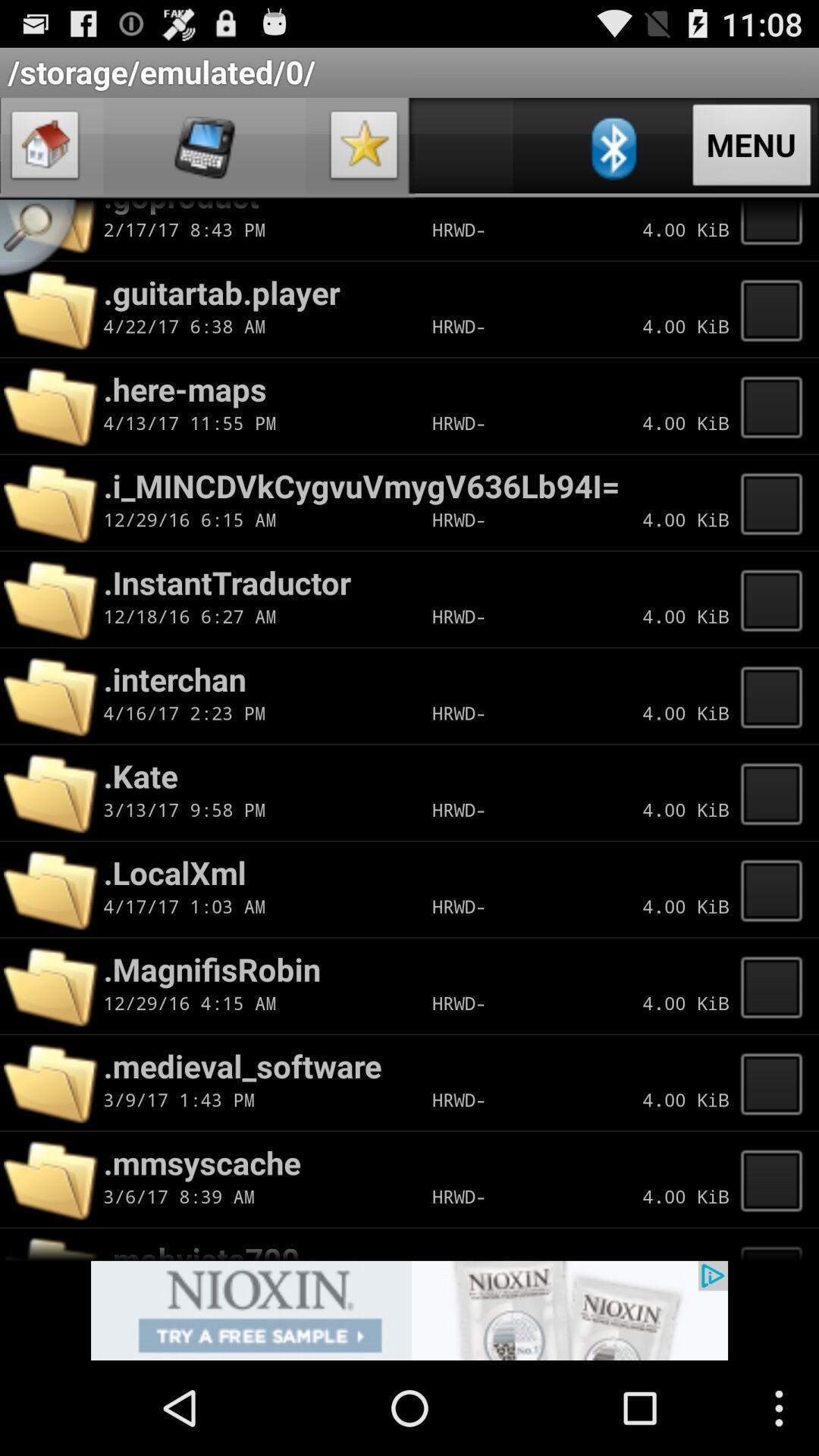  What do you see at coordinates (44, 149) in the screenshot?
I see `go home` at bounding box center [44, 149].